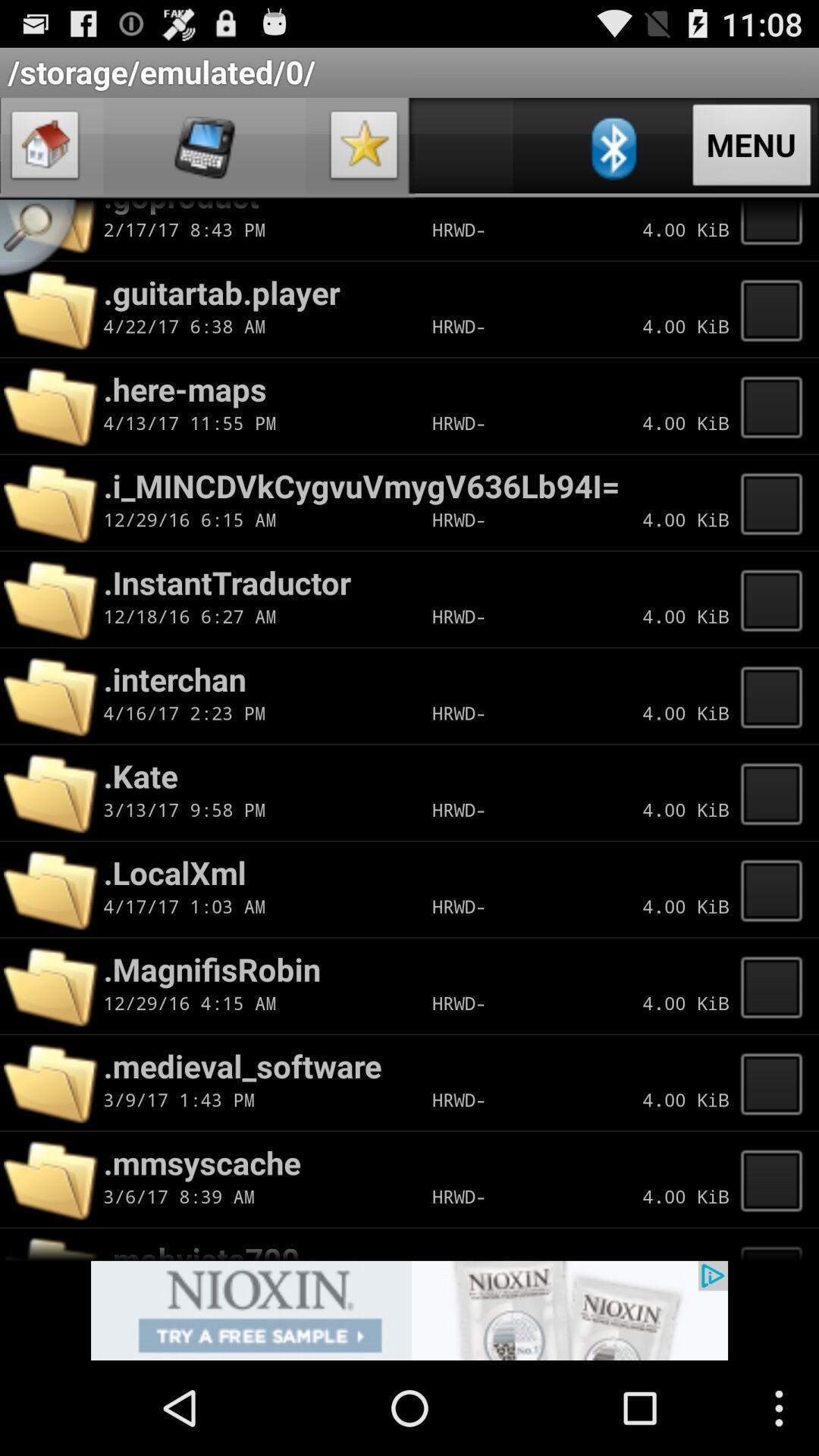  What do you see at coordinates (44, 149) in the screenshot?
I see `go home` at bounding box center [44, 149].